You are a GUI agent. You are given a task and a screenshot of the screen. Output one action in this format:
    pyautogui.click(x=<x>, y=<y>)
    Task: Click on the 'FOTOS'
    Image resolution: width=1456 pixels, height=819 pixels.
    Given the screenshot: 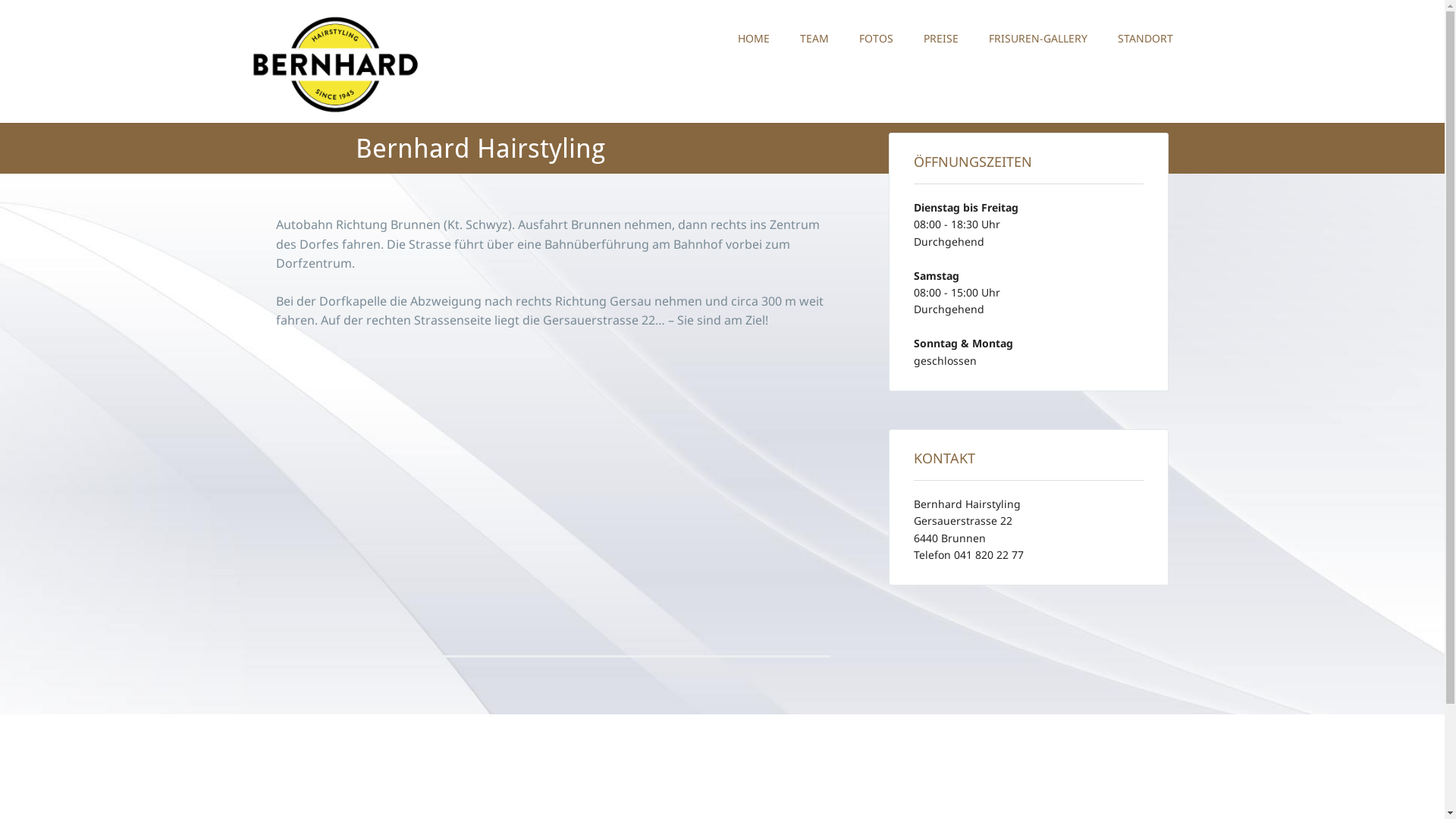 What is the action you would take?
    pyautogui.click(x=875, y=37)
    